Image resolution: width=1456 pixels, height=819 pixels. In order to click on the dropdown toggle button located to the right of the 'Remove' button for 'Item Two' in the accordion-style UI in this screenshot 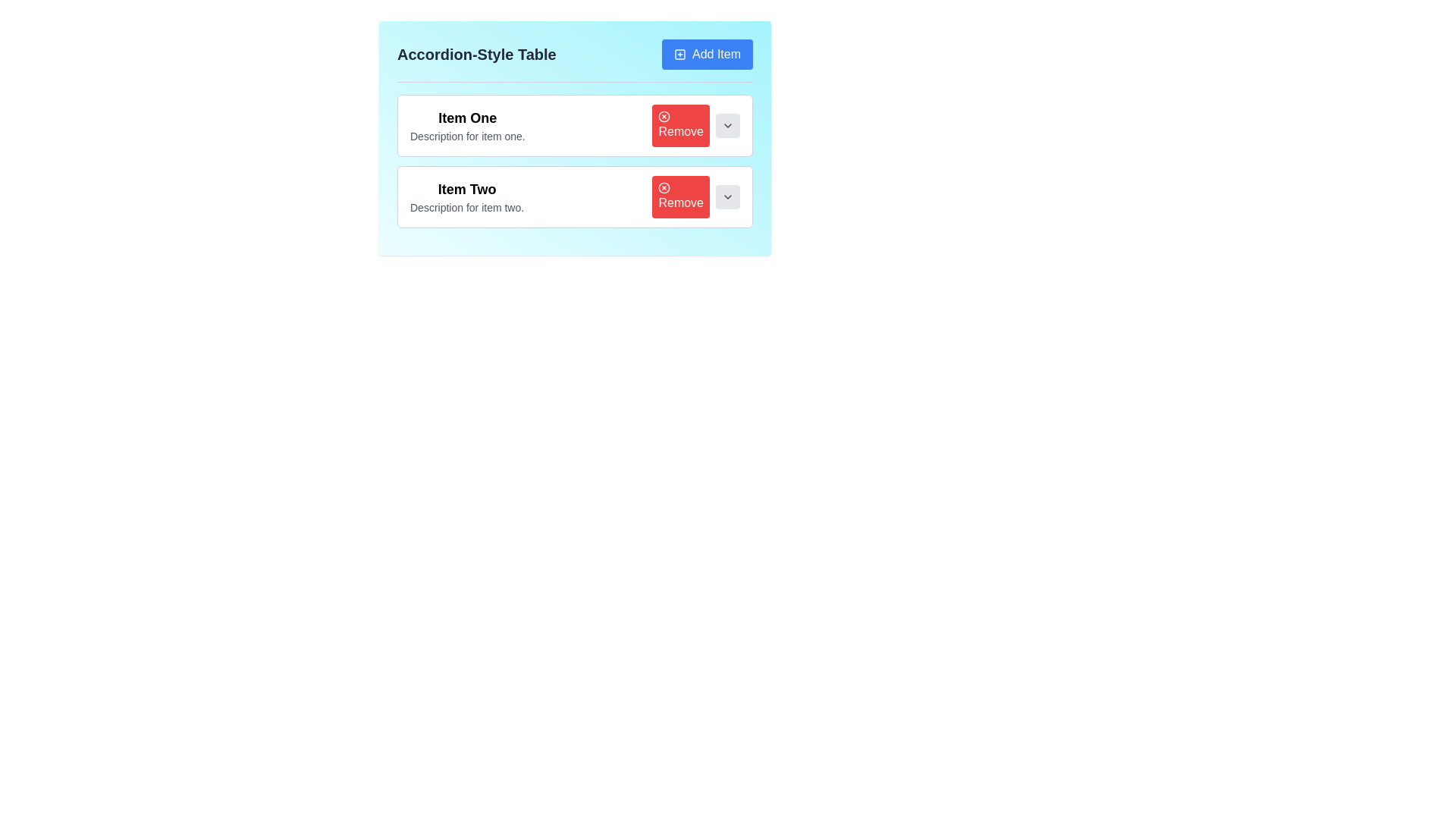, I will do `click(728, 196)`.